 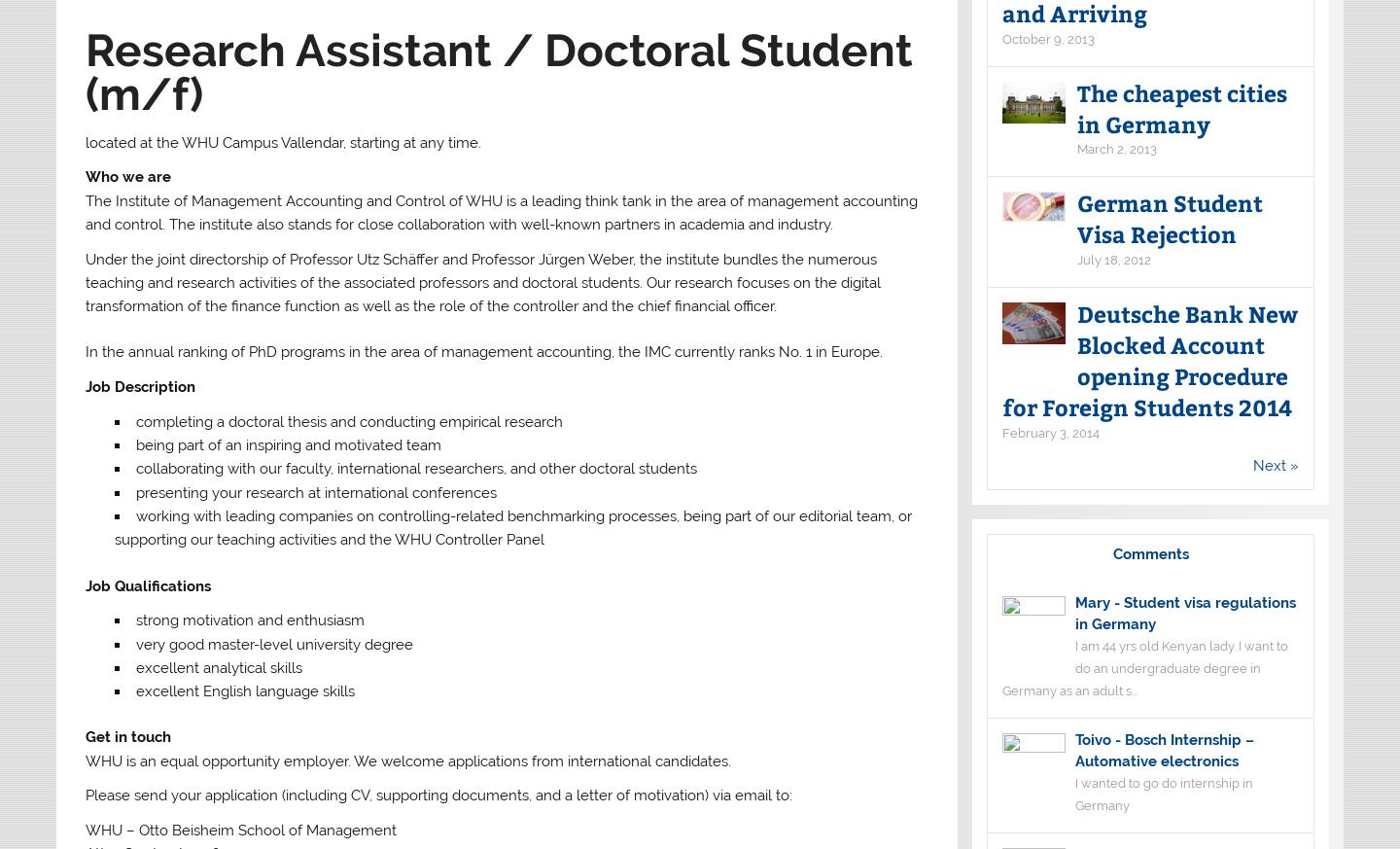 I want to click on 'Research Assistant / Doctoral Student (m/f)', so click(x=497, y=71).